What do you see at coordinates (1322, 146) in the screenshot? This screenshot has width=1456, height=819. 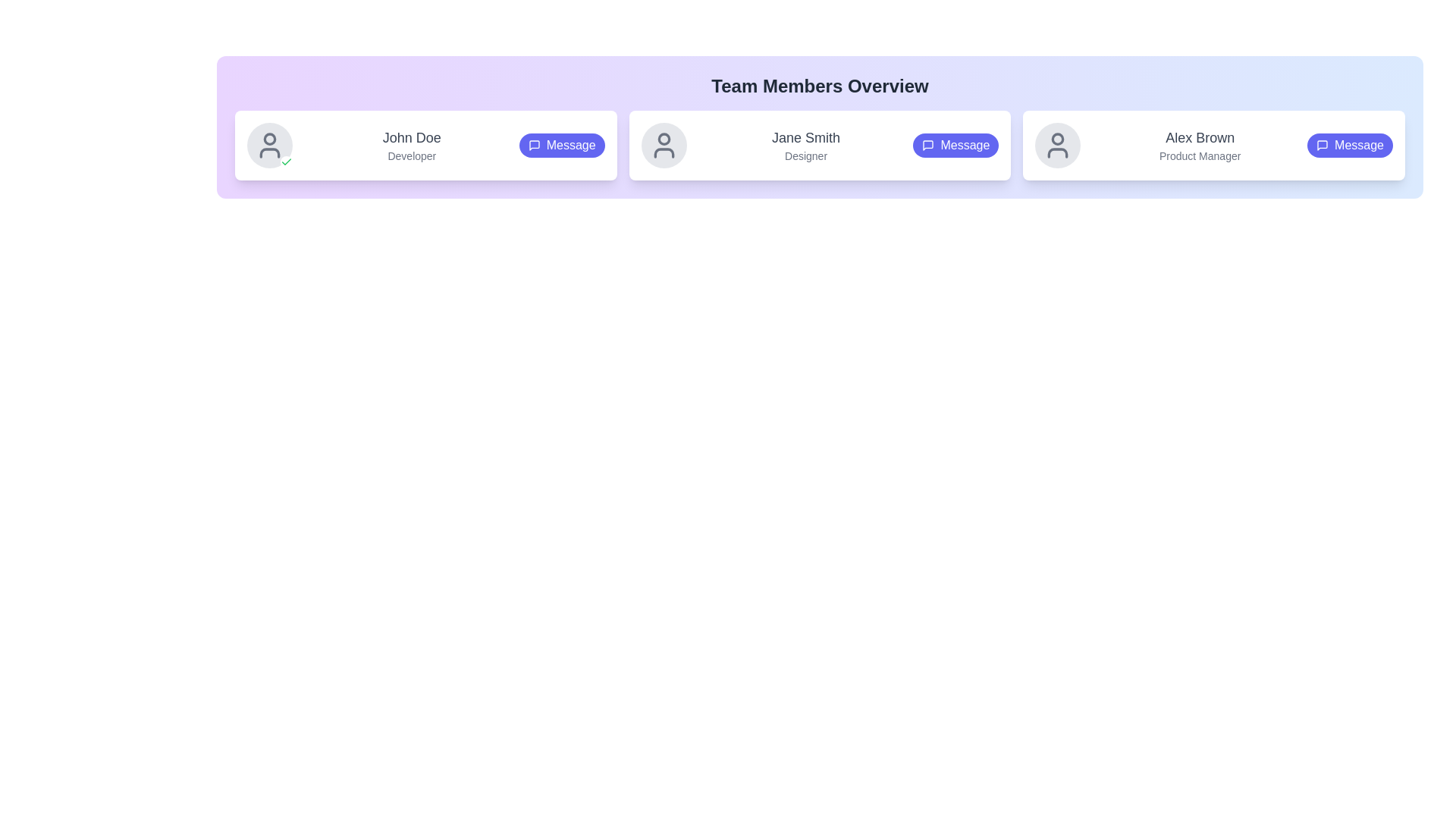 I see `the decorative icon within the 'Message' button for 'Alex Brown', located at the top-right of the interface` at bounding box center [1322, 146].